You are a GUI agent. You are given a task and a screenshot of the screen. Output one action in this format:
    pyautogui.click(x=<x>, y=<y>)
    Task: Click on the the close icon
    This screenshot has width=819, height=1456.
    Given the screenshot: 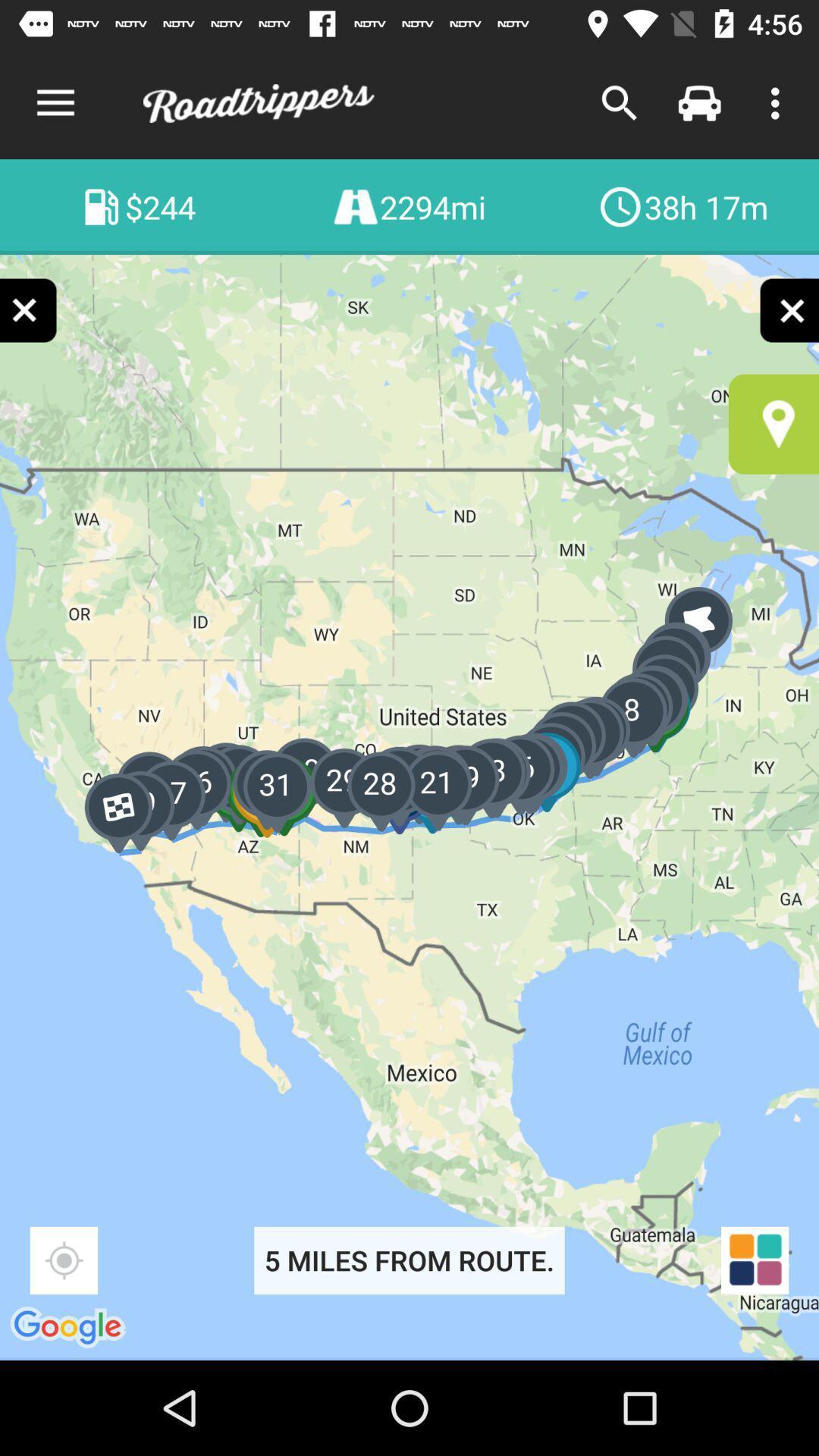 What is the action you would take?
    pyautogui.click(x=788, y=309)
    